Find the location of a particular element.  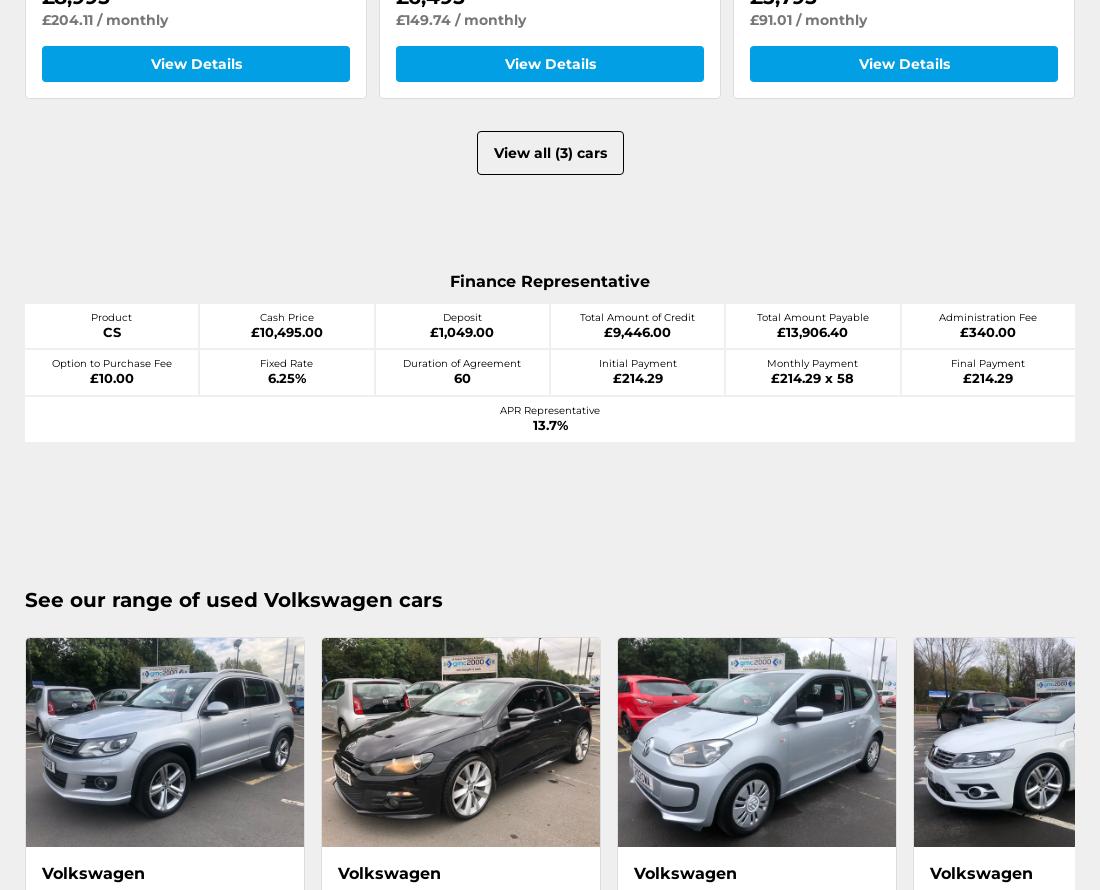

'Administration Fee' is located at coordinates (987, 316).